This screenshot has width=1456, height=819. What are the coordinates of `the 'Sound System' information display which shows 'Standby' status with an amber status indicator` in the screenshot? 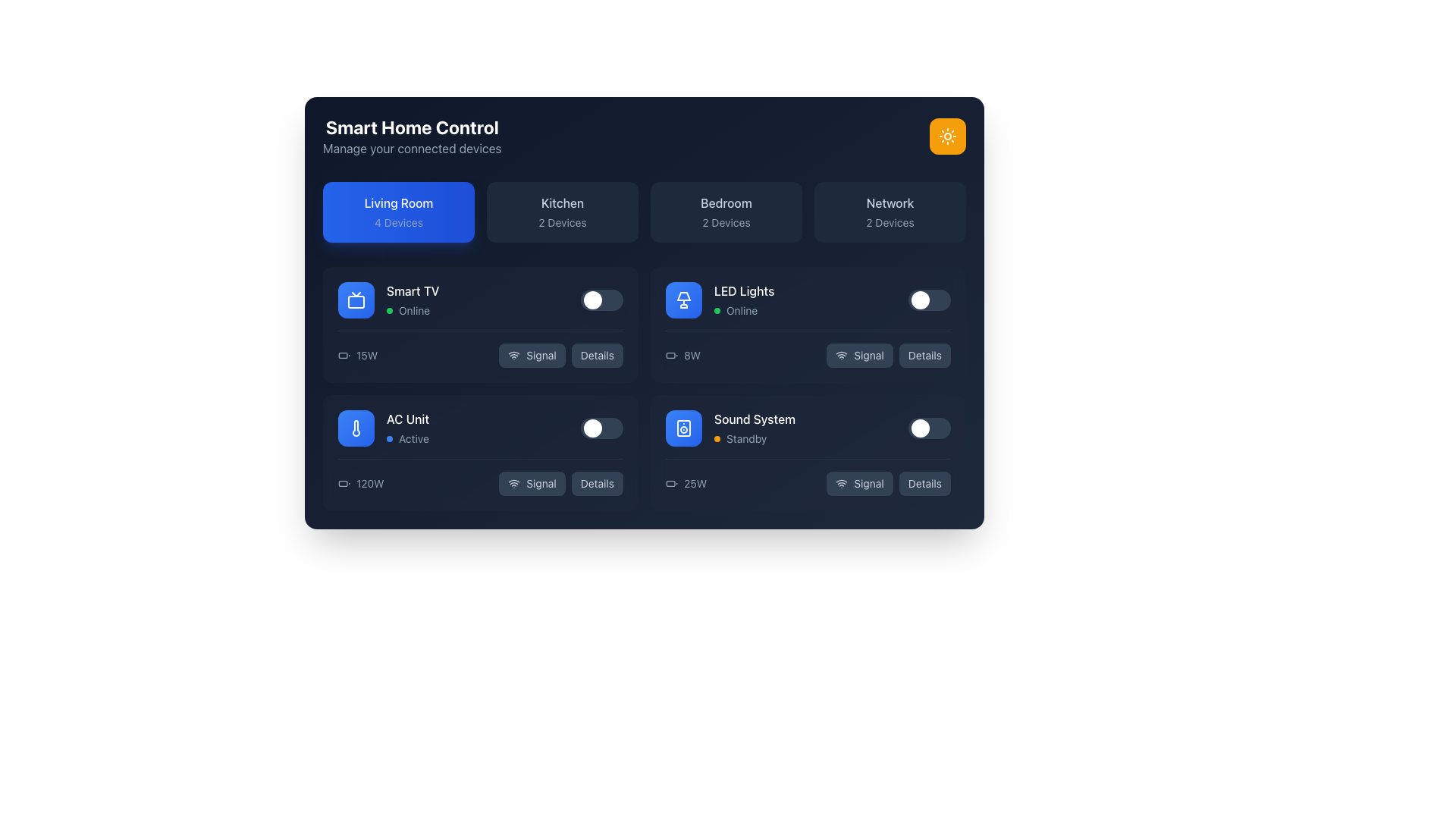 It's located at (755, 428).